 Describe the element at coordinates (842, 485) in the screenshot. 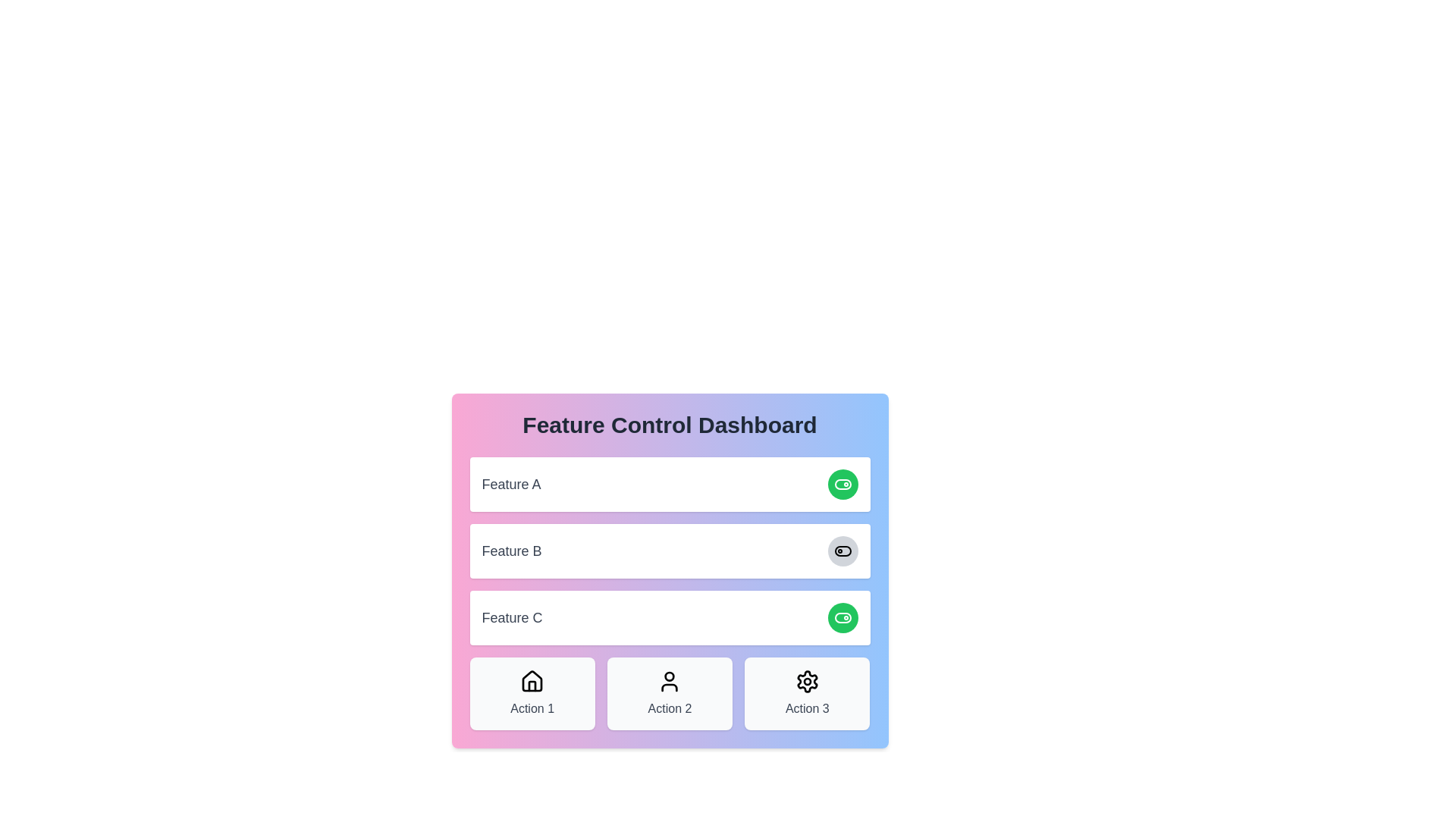

I see `the toggle switch icon with a green background and white foreground located to the right of the 'Feature C' label` at that location.